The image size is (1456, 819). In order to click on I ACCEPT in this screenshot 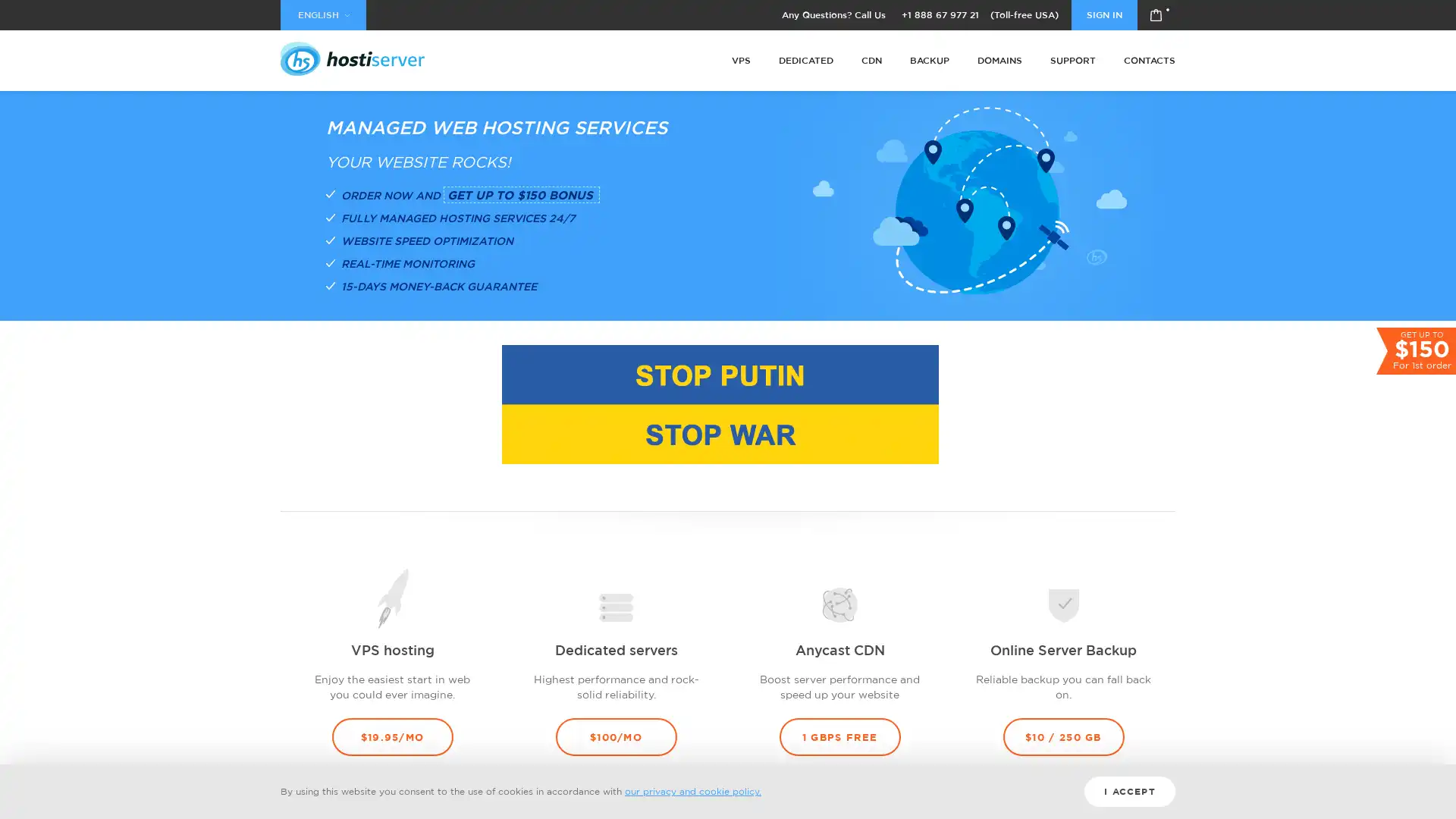, I will do `click(1129, 791)`.